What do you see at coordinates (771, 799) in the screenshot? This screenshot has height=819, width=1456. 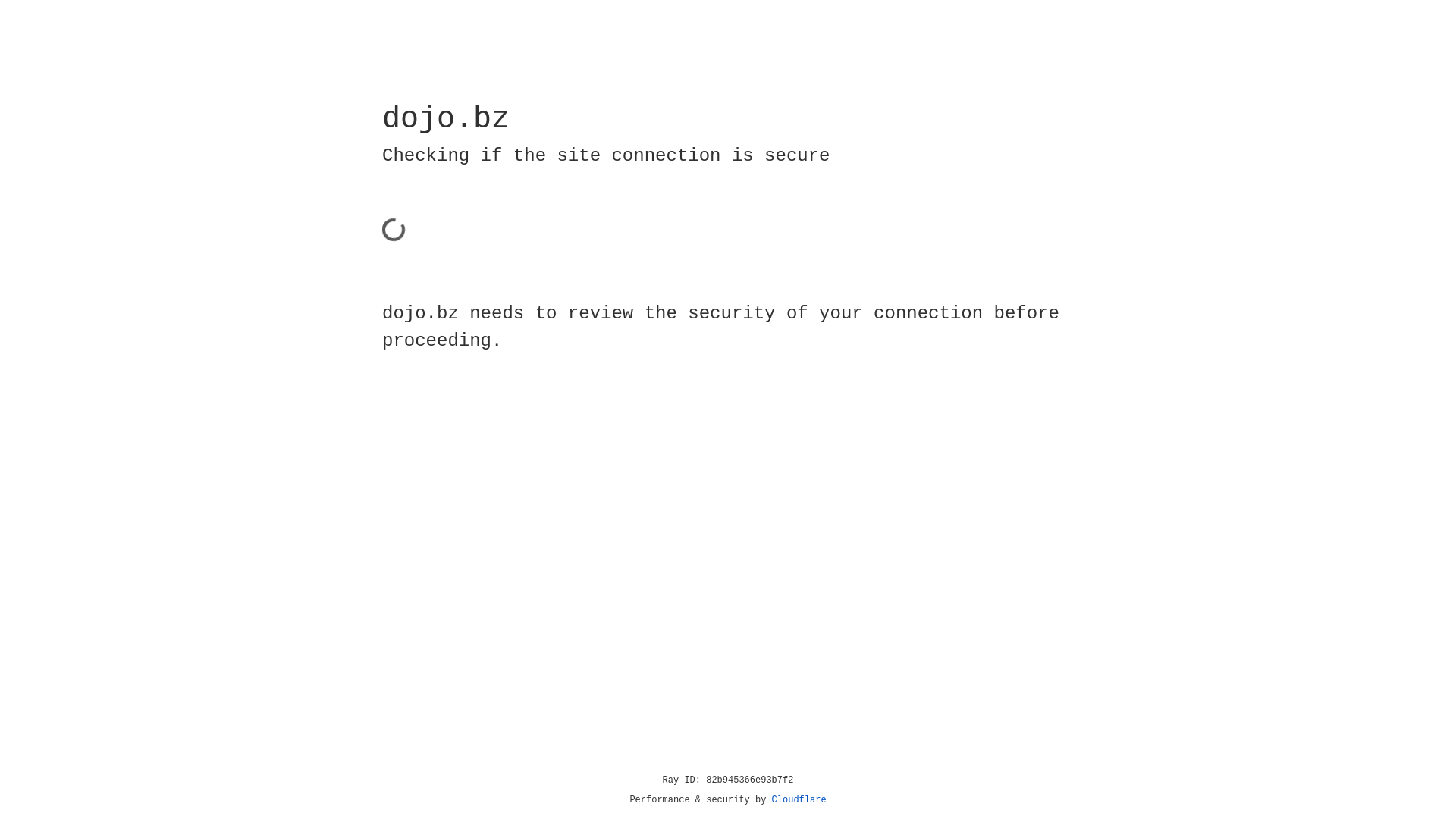 I see `'Cloudflare'` at bounding box center [771, 799].